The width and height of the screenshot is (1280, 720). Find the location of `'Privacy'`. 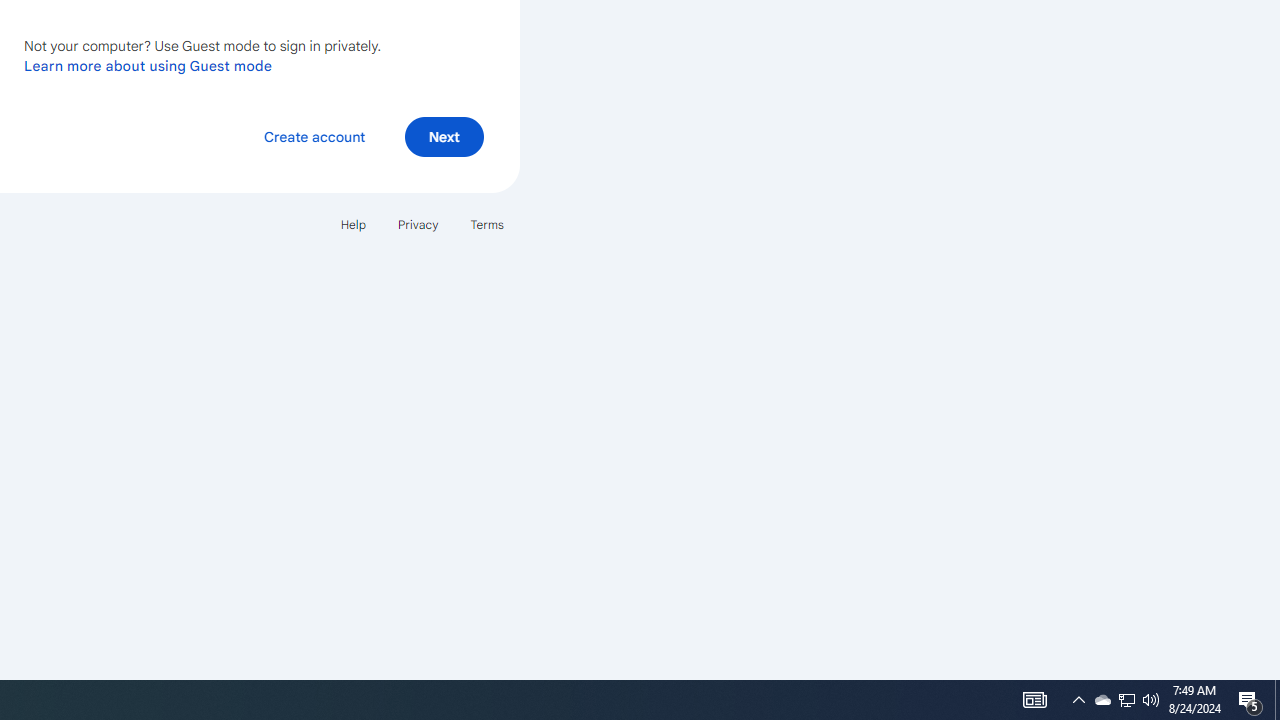

'Privacy' is located at coordinates (416, 224).